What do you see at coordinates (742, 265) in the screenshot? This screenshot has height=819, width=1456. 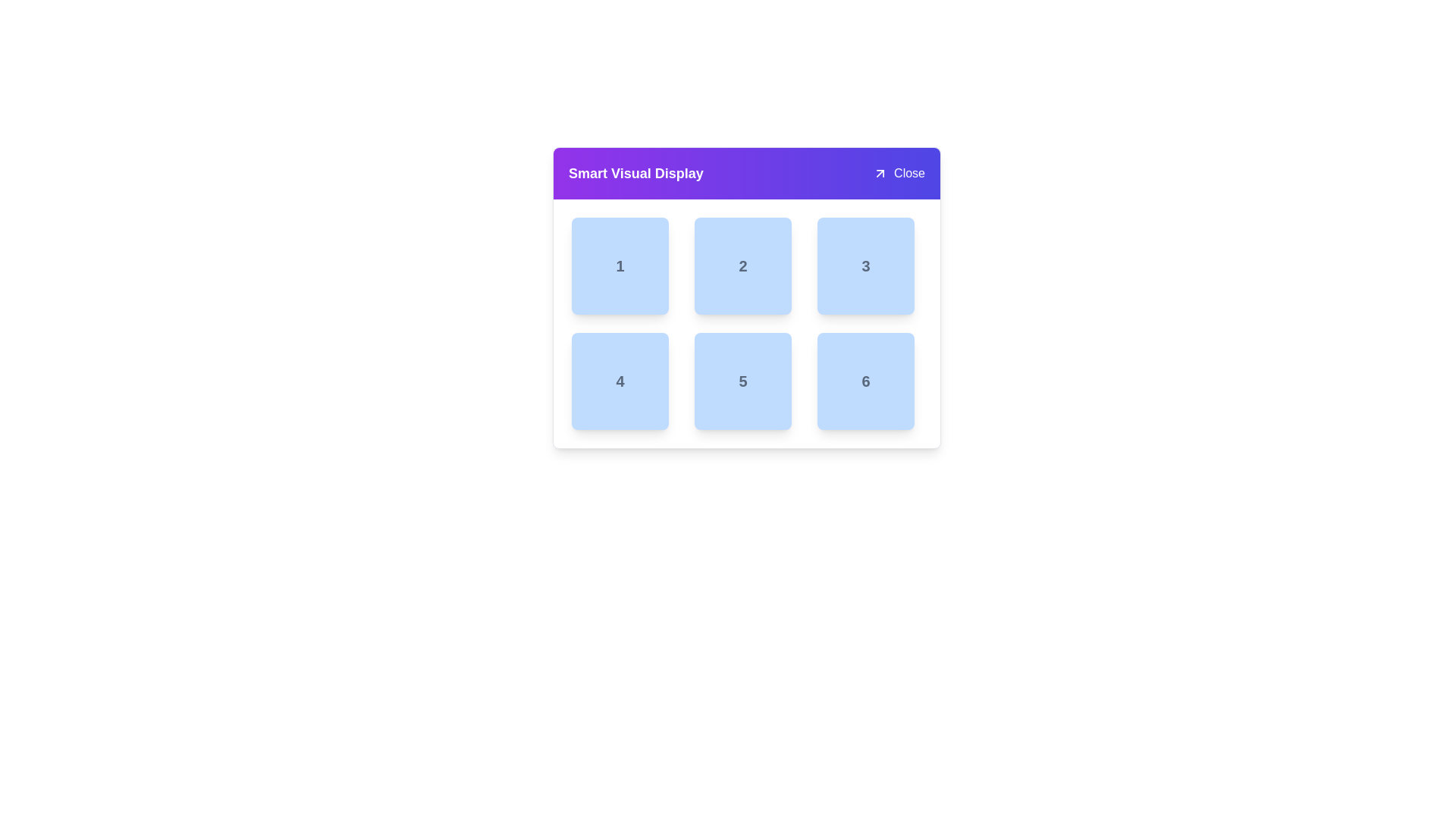 I see `the light blue square box displaying the number '2', which is the second item in the first row of a 3-column grid layout` at bounding box center [742, 265].